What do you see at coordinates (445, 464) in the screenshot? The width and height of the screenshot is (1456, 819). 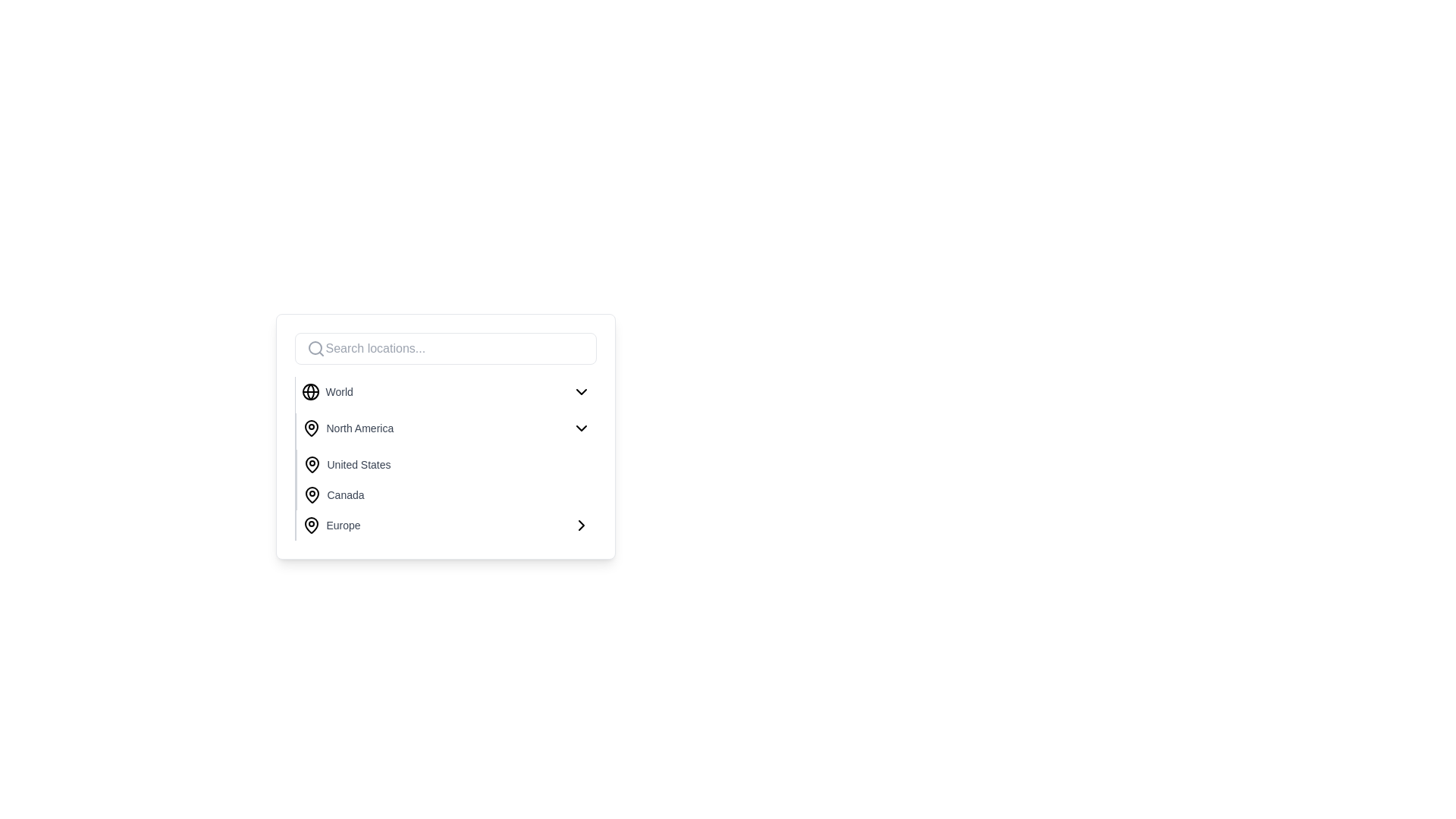 I see `the selectable option for 'United States' in the dropdown list` at bounding box center [445, 464].